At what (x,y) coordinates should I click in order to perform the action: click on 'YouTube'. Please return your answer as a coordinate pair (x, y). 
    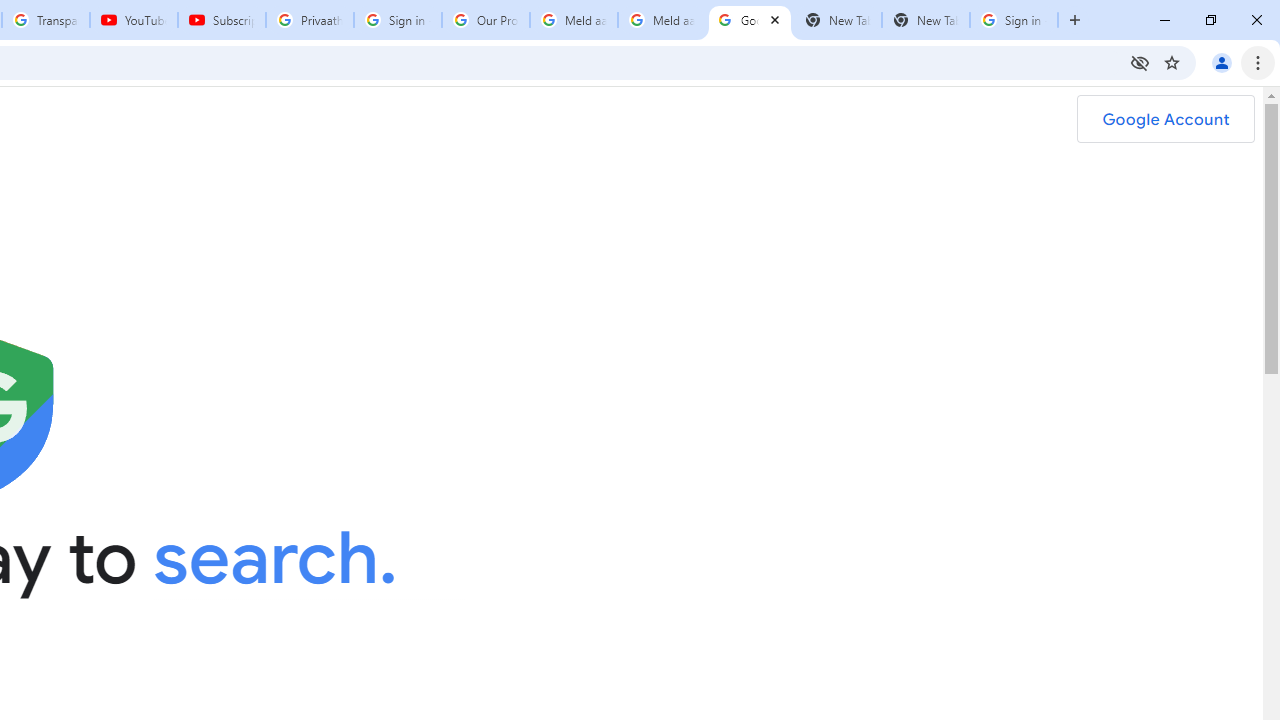
    Looking at the image, I should click on (132, 20).